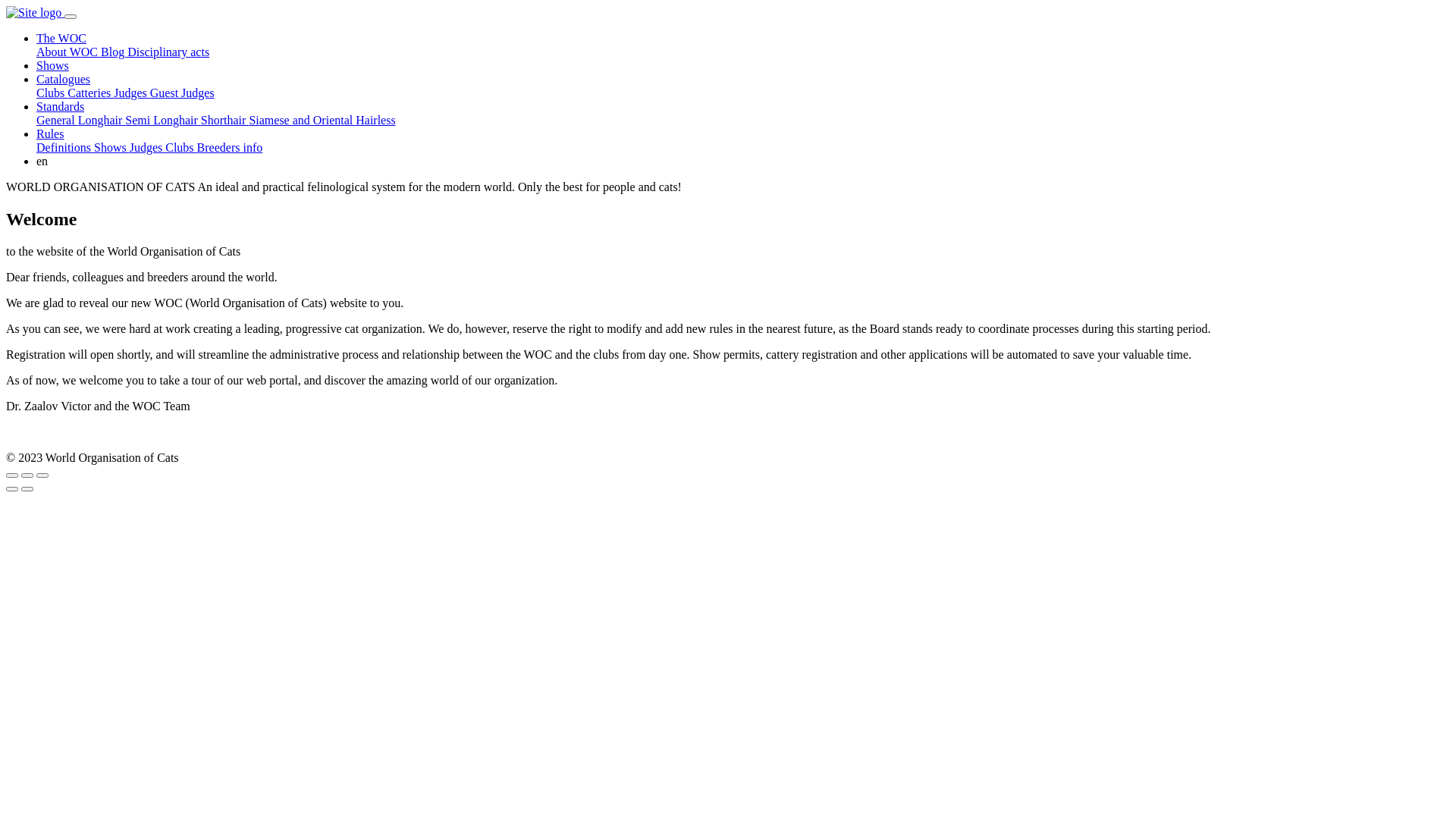  Describe the element at coordinates (168, 51) in the screenshot. I see `'Disciplinary acts'` at that location.